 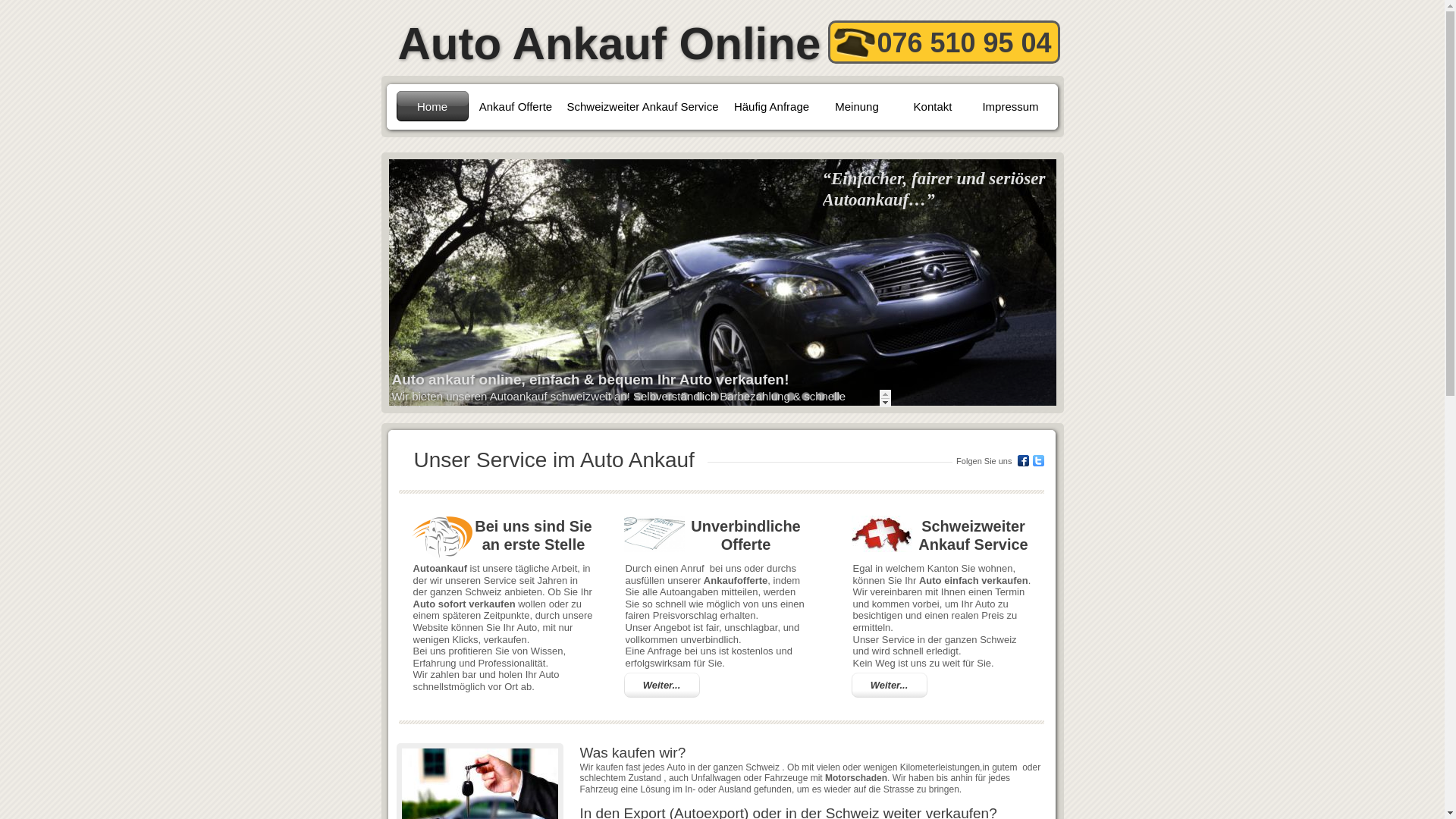 I want to click on 'Impressum', so click(x=1010, y=105).